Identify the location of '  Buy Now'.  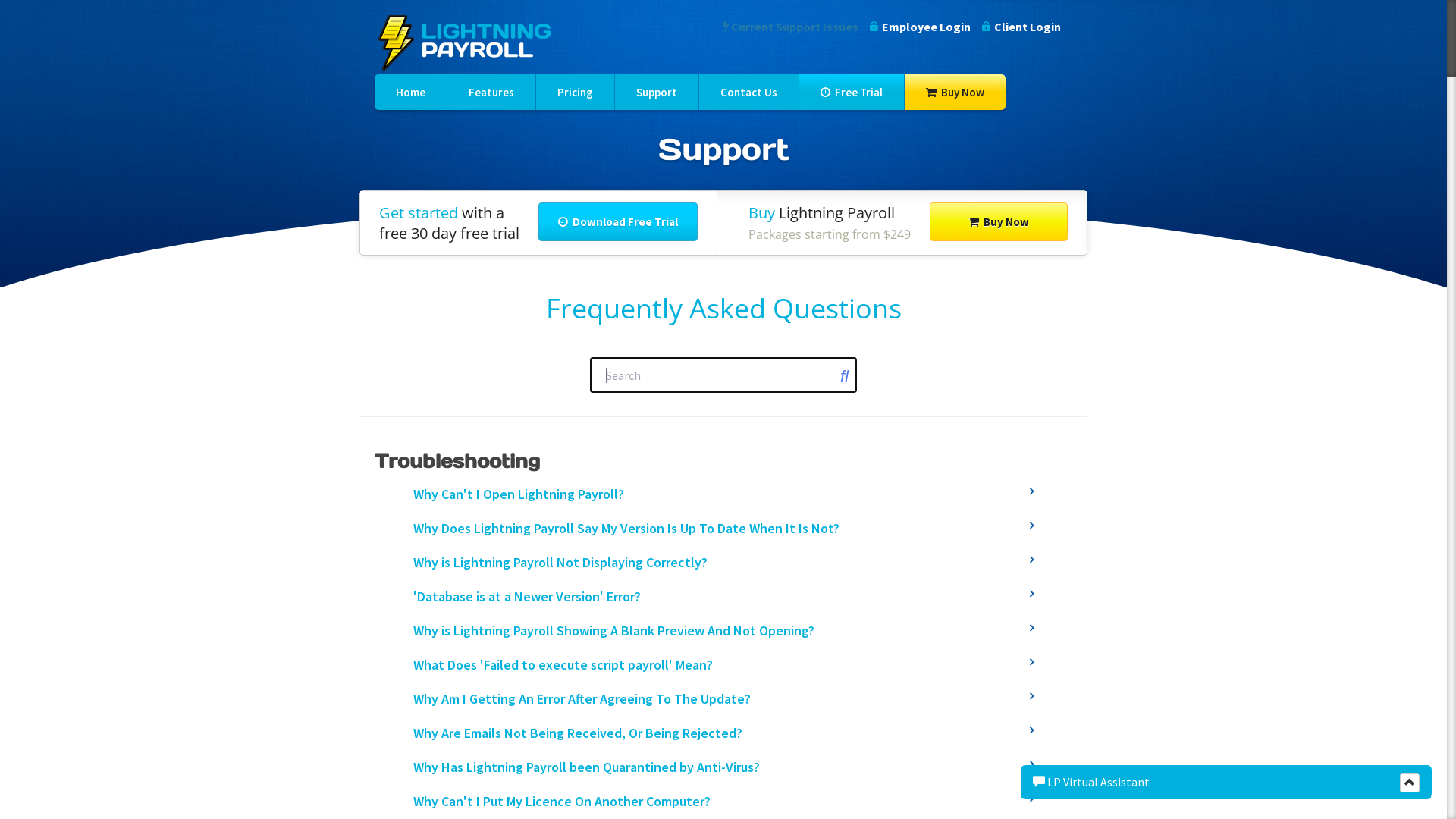
(998, 221).